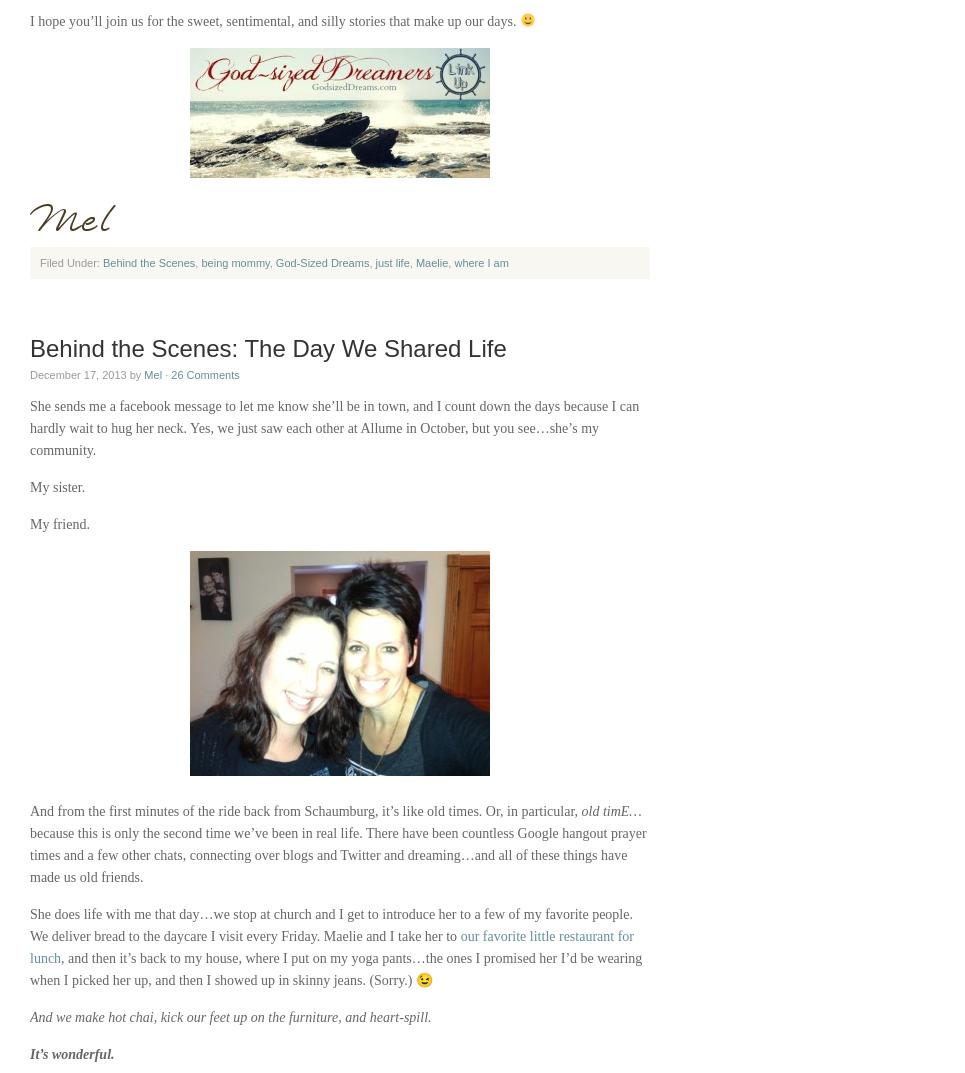 This screenshot has width=965, height=1073. I want to click on 'Maelie', so click(431, 261).